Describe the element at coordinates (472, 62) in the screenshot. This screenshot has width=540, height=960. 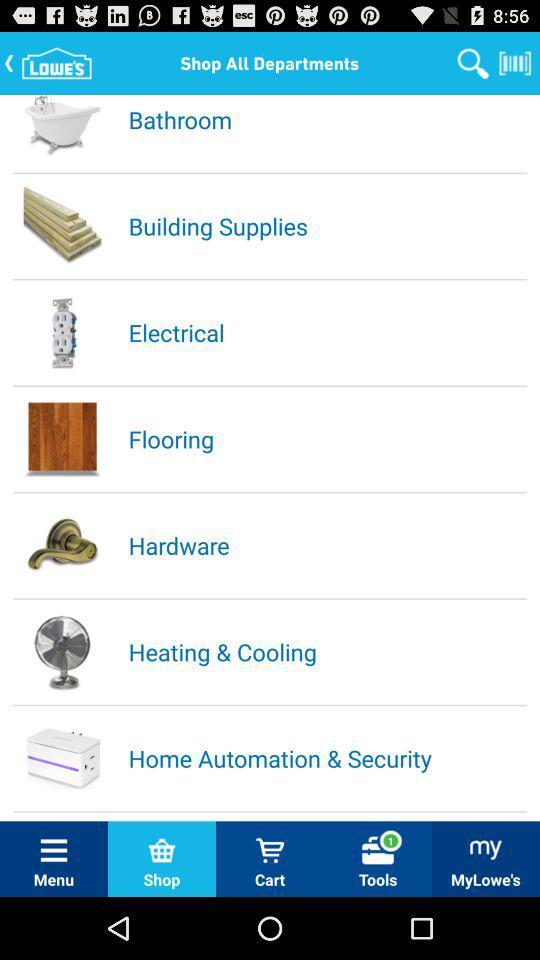
I see `the item above the bathroom app` at that location.